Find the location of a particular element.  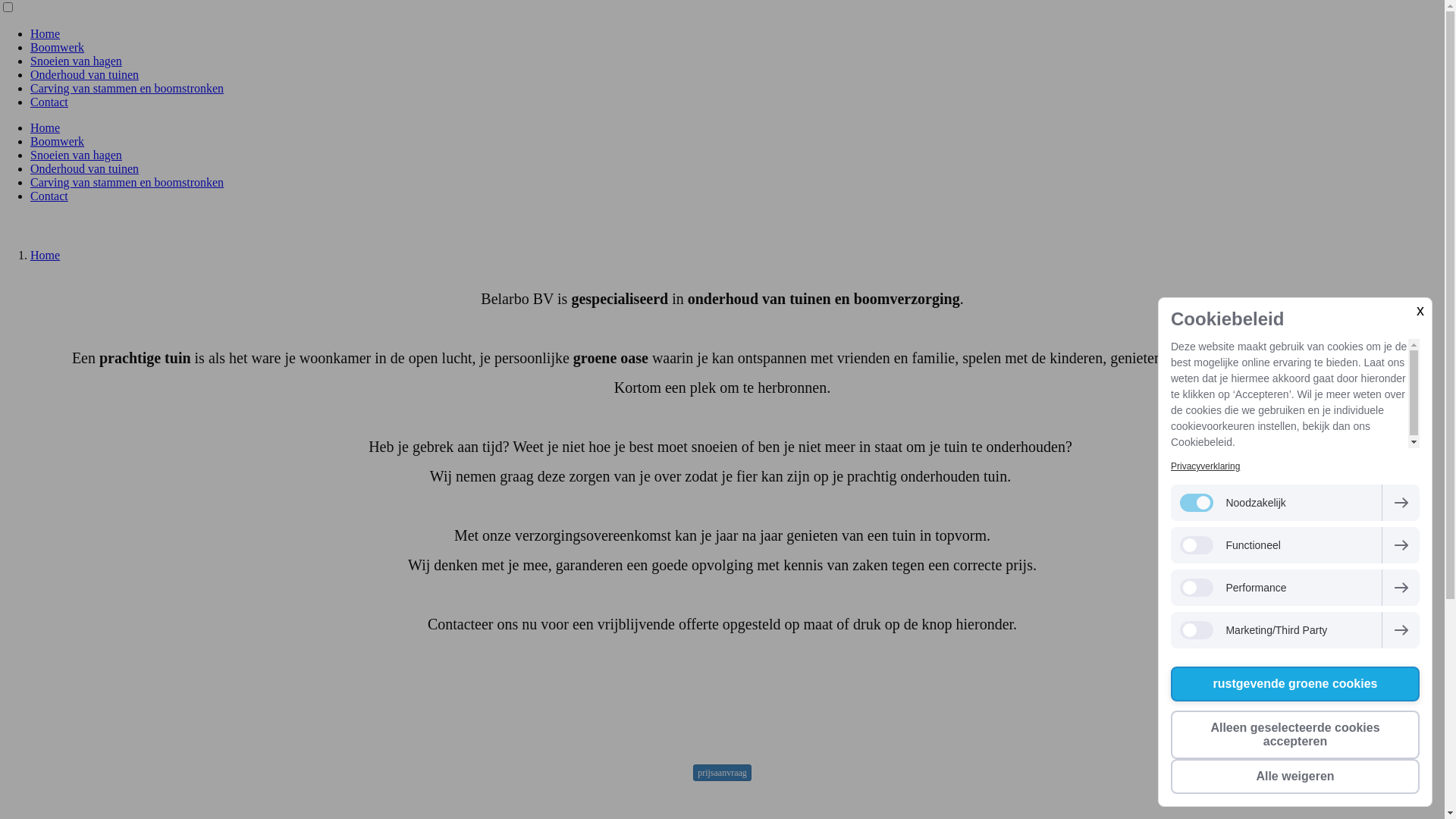

'Home' is located at coordinates (45, 254).